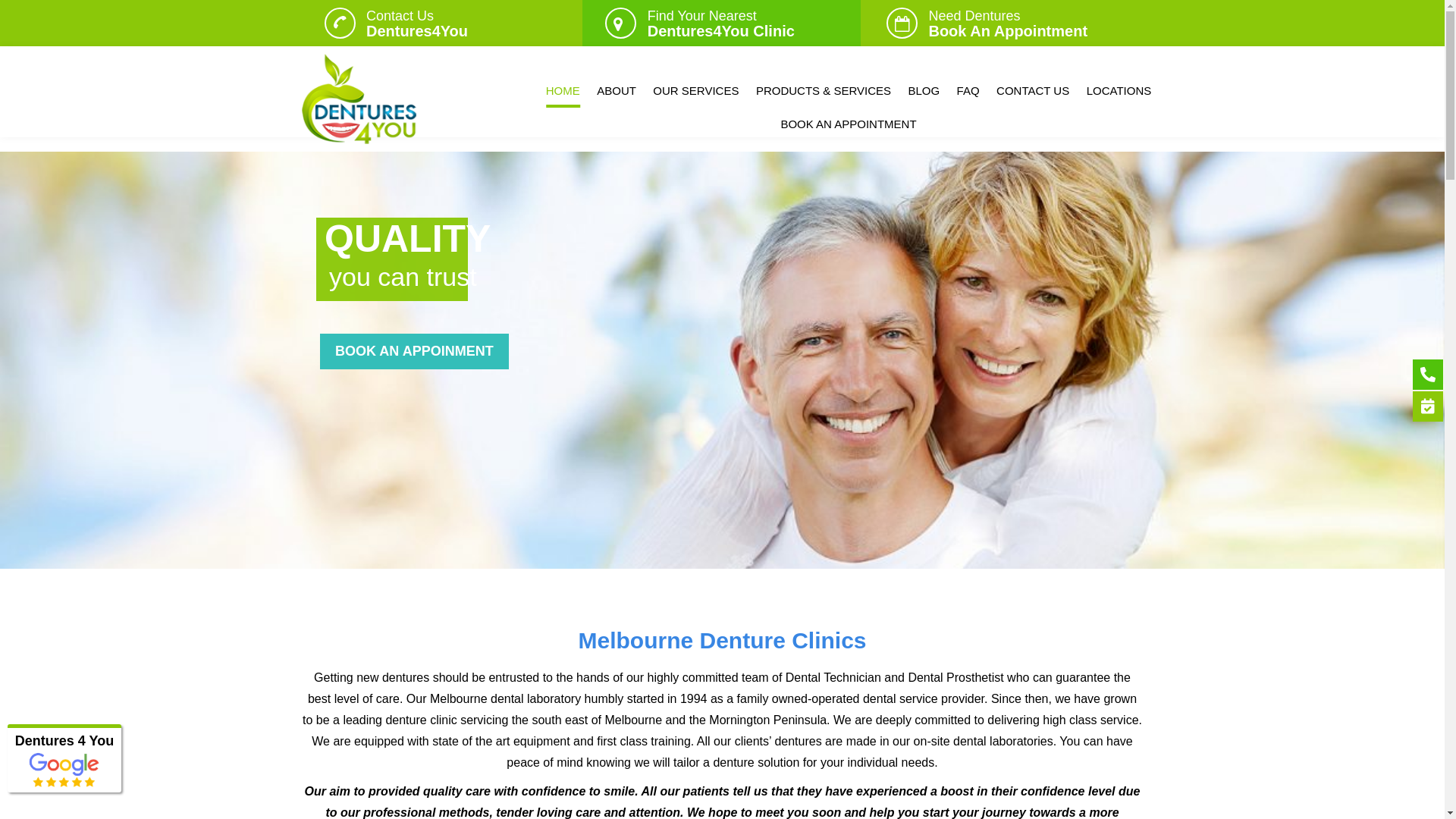 This screenshot has width=1456, height=819. I want to click on 'PRODUCTS & SERVICES', so click(822, 90).